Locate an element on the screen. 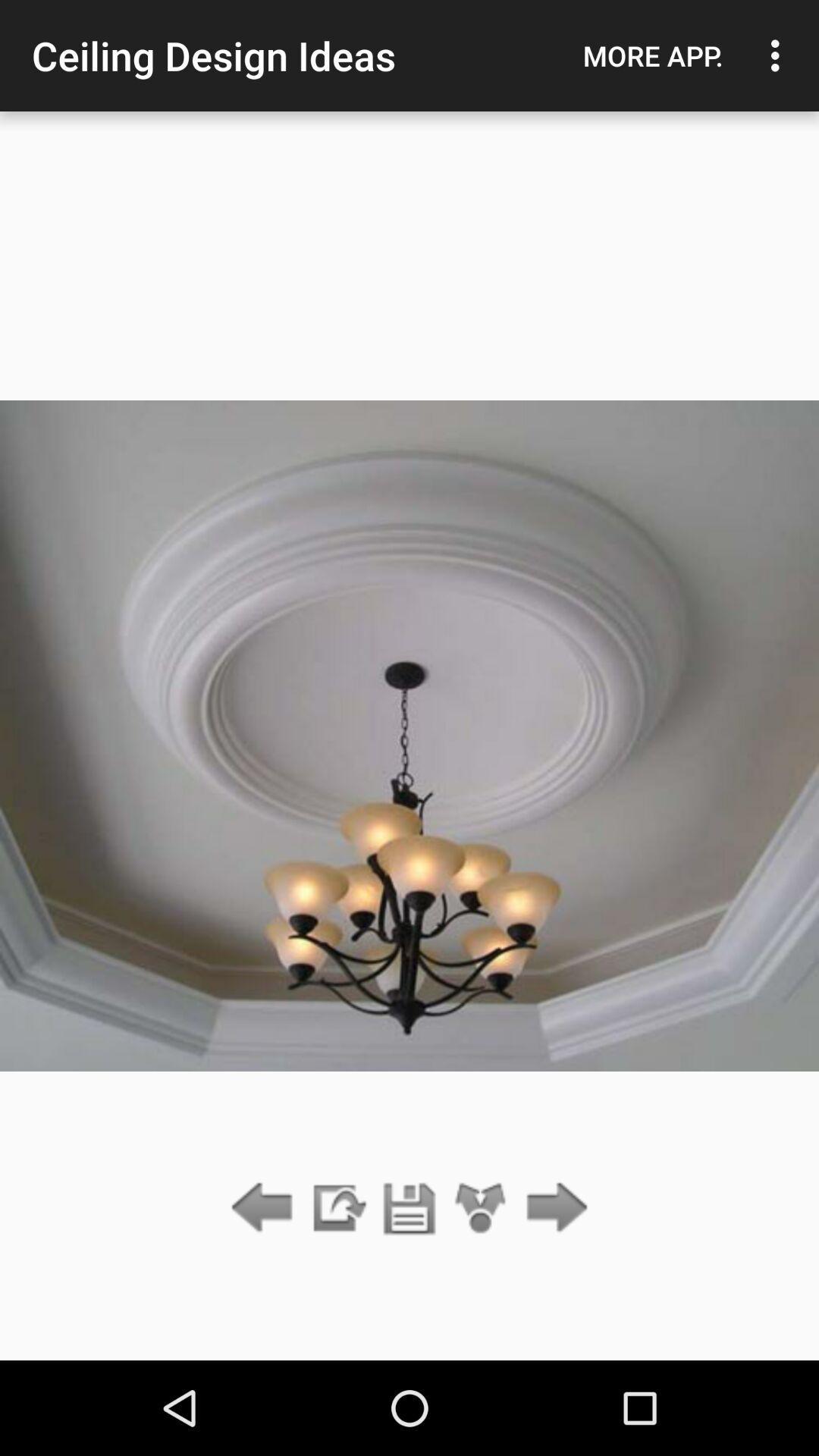 The height and width of the screenshot is (1456, 819). next is located at coordinates (553, 1208).